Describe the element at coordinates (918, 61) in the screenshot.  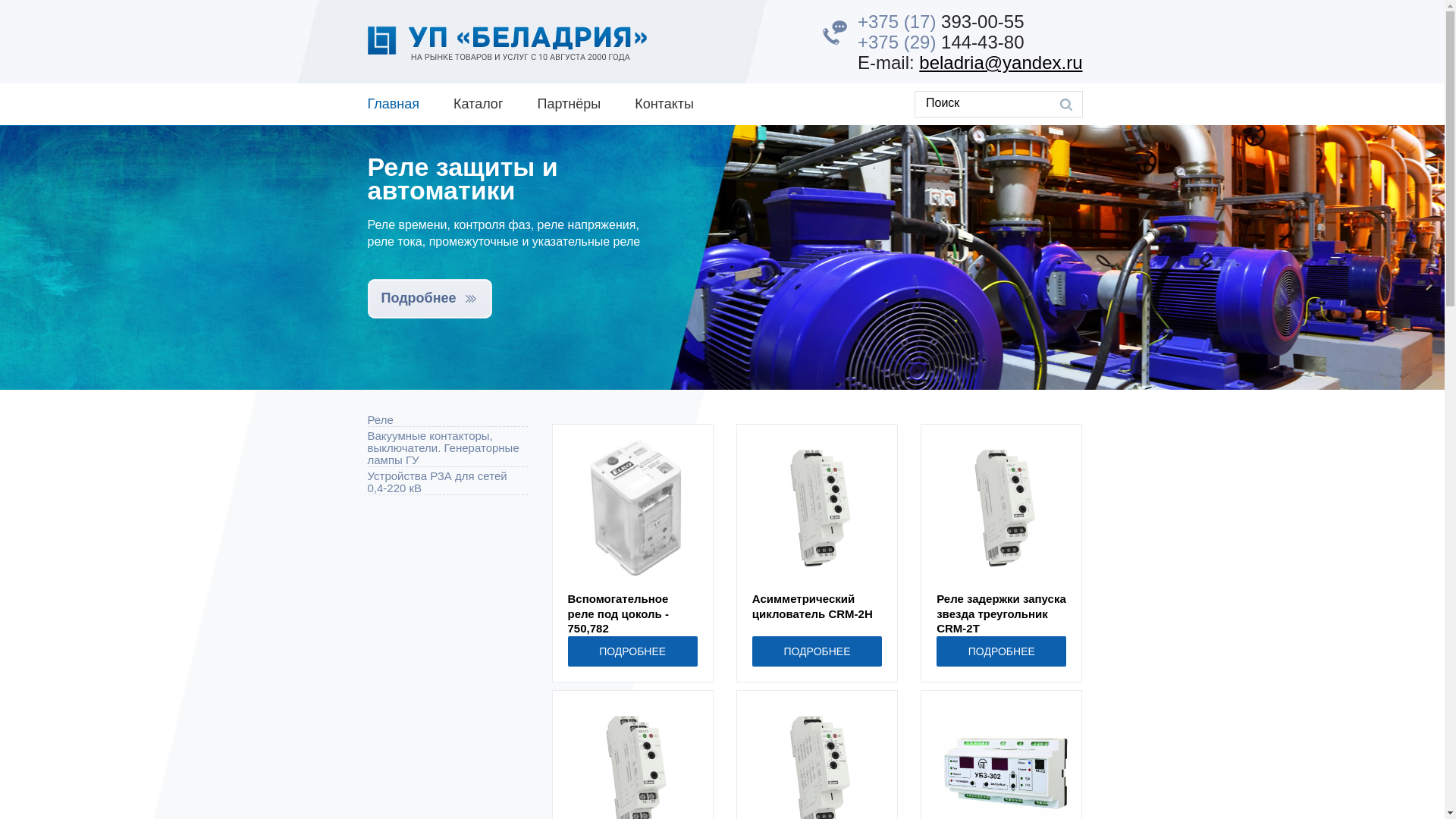
I see `'beladria@yandex.ru'` at that location.